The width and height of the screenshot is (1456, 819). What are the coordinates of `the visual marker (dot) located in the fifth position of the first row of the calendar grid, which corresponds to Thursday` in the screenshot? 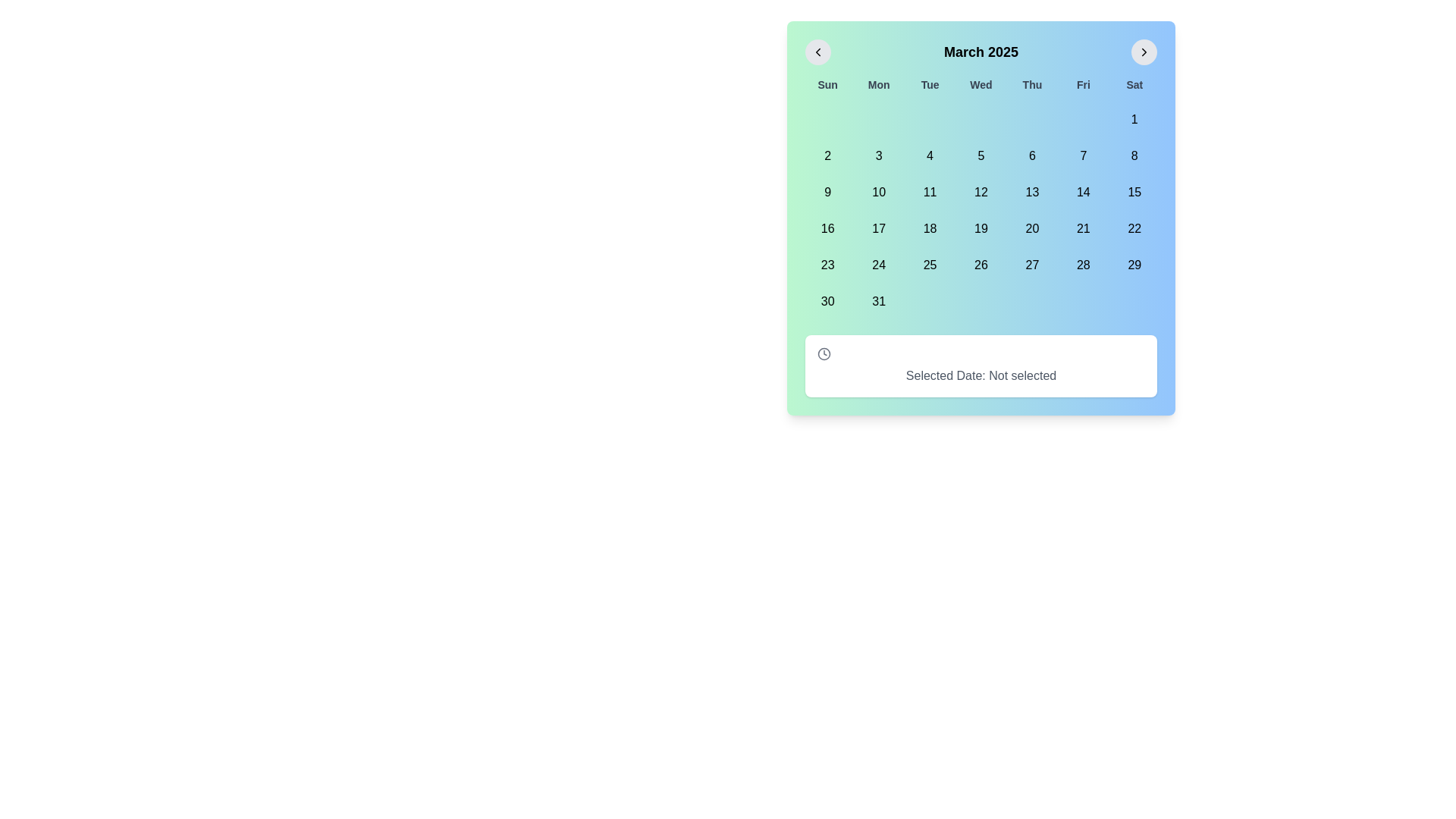 It's located at (1031, 119).